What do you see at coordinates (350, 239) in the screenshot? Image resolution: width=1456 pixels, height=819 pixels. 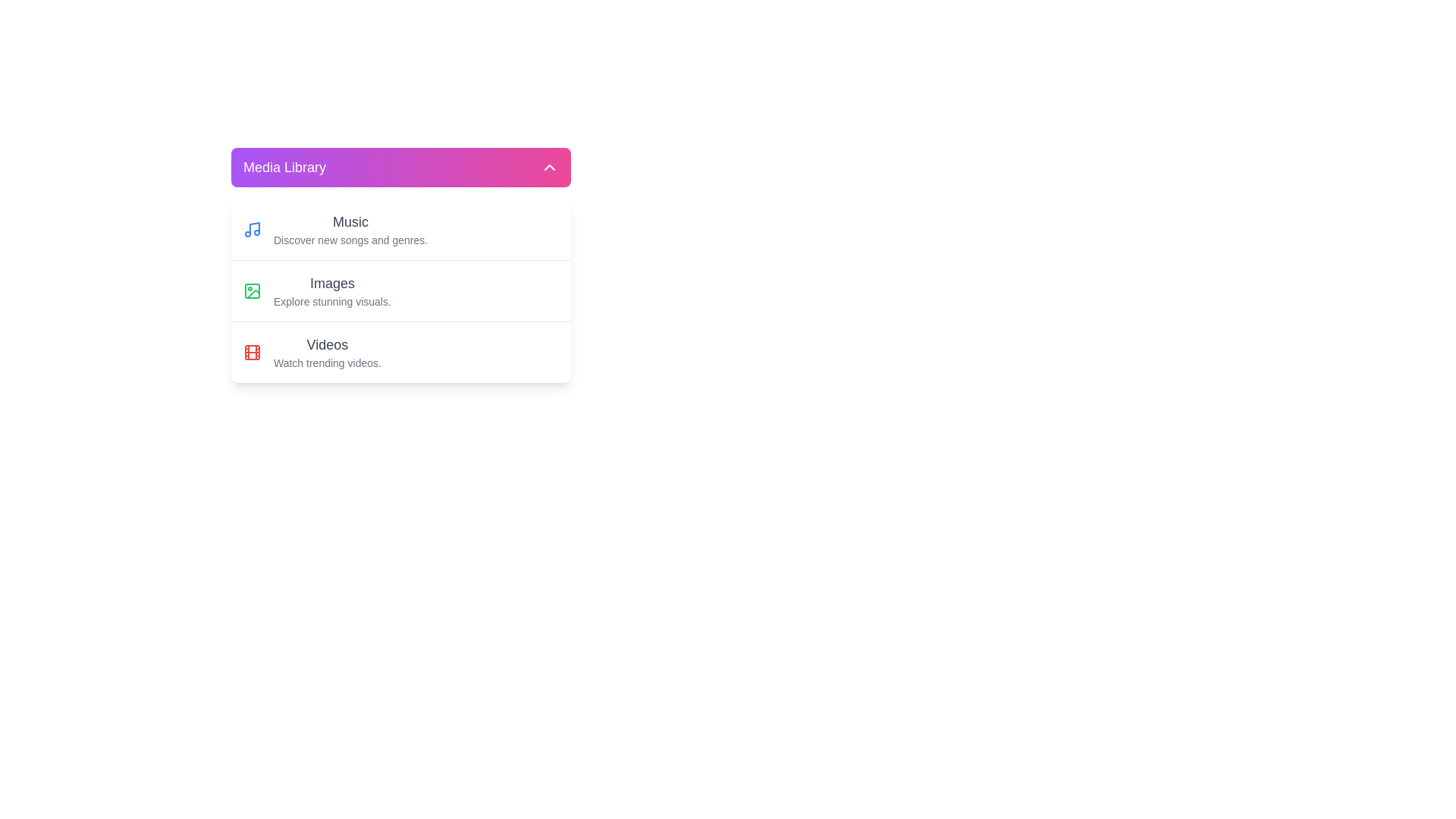 I see `the descriptive text element that provides additional details about the 'Music' section, located as the second line of text within a card-like component` at bounding box center [350, 239].